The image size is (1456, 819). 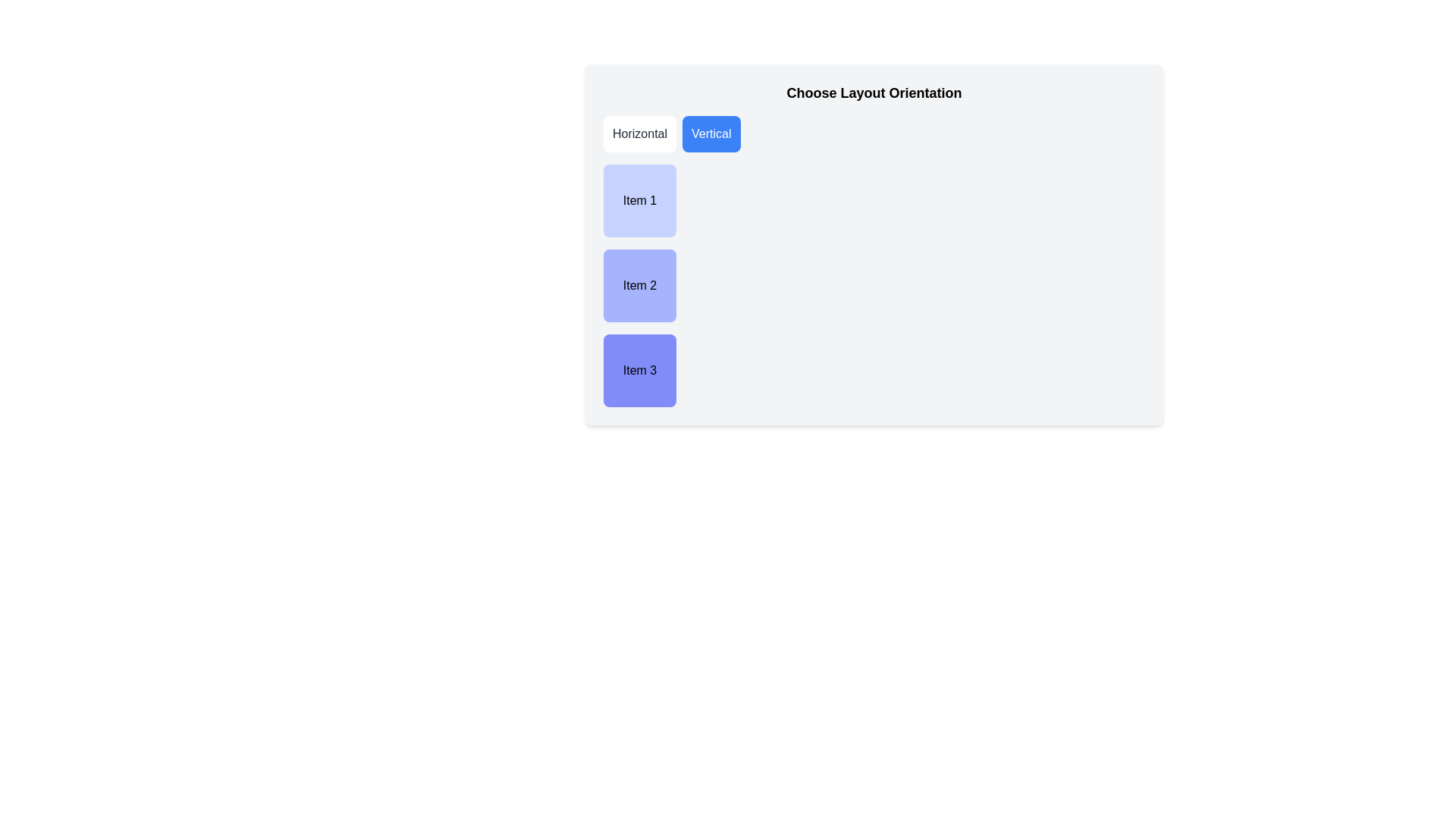 What do you see at coordinates (710, 133) in the screenshot?
I see `the 'Vertical' layout button located in the top-left quadrant of the interface` at bounding box center [710, 133].